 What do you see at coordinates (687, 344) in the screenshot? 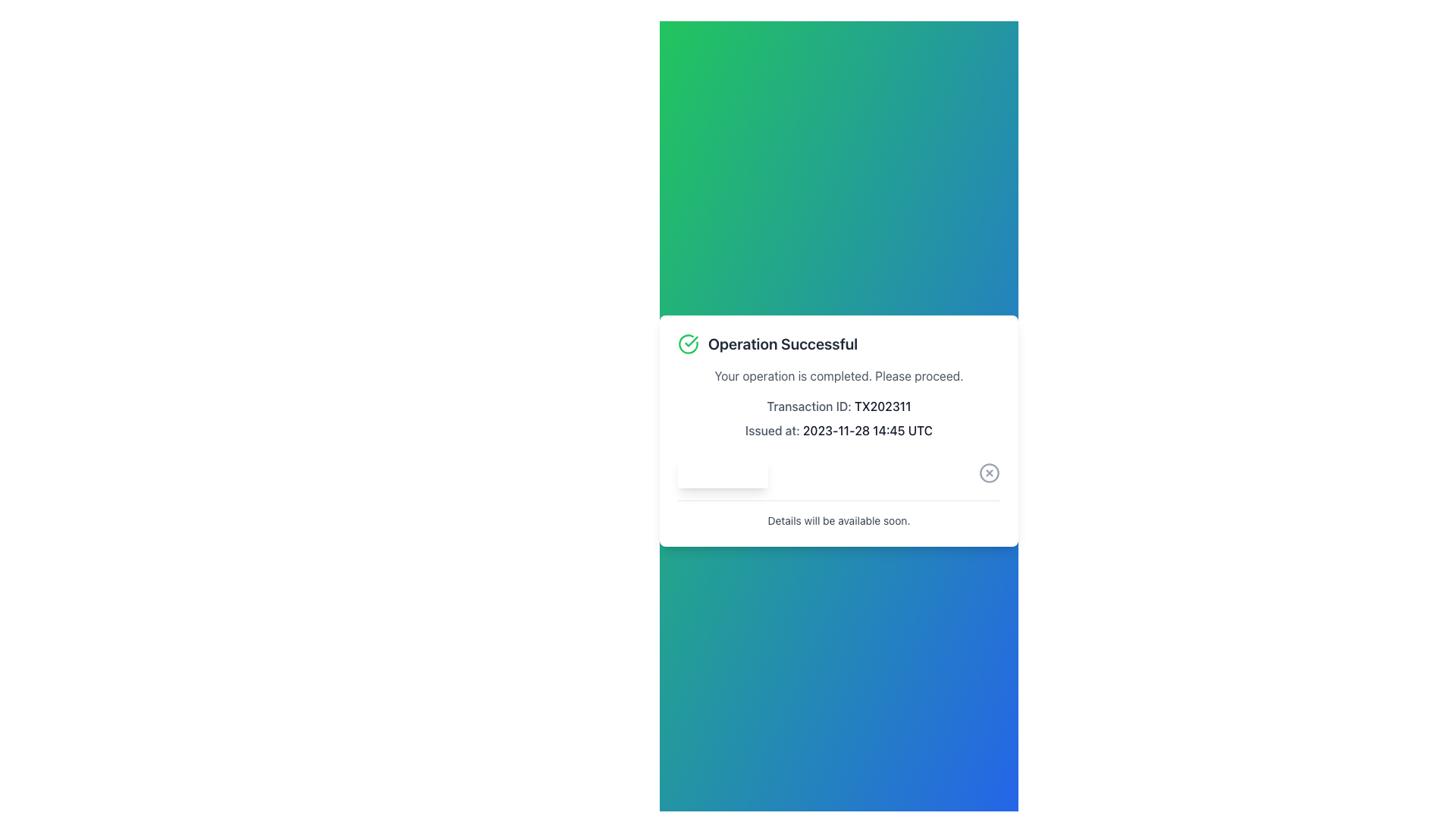
I see `the success icon located within the notification area that indicates 'Operation Successful', positioned at the top-left of the notification group` at bounding box center [687, 344].